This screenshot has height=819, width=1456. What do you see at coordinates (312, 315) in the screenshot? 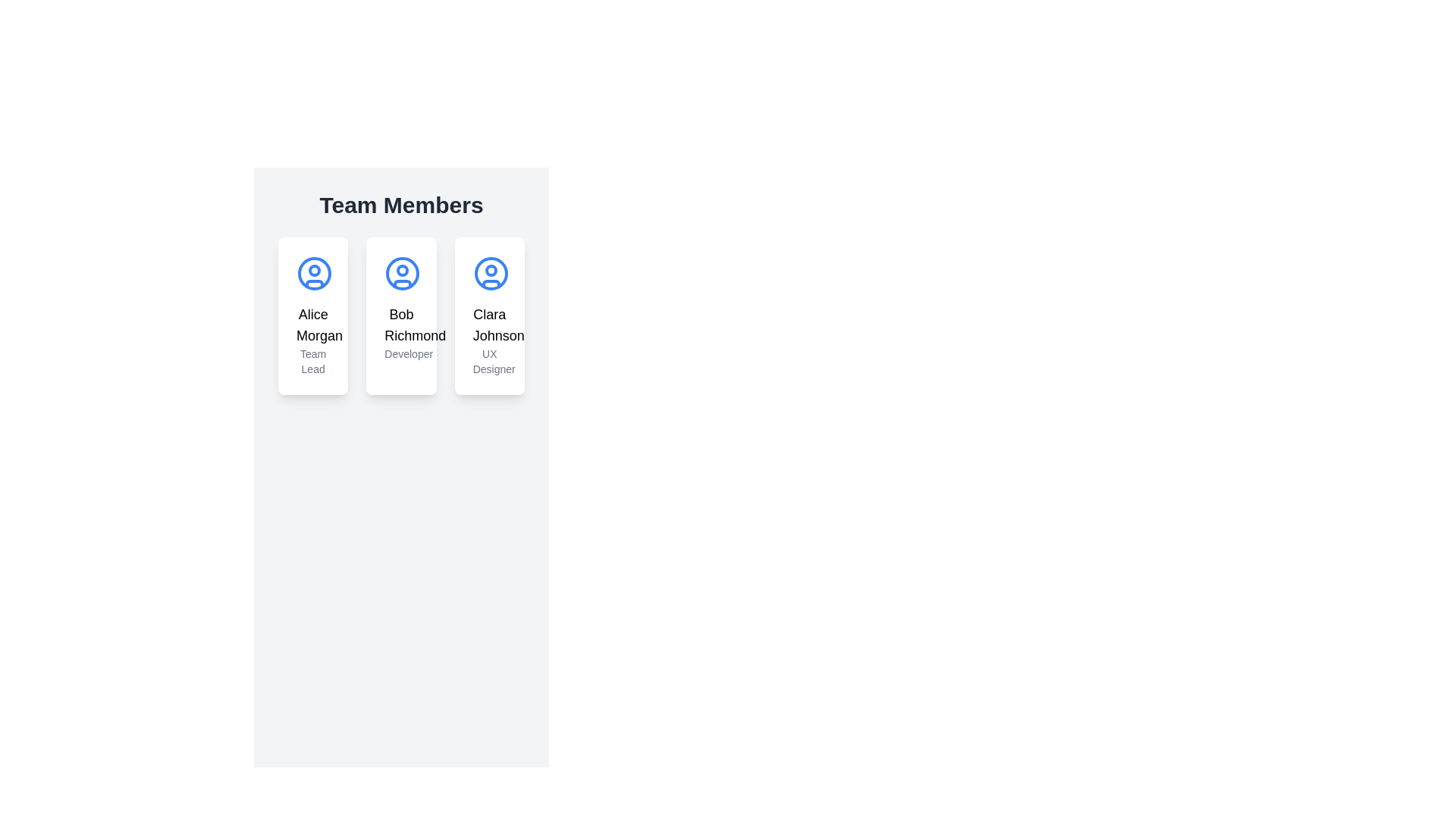
I see `displayed information on the Informational card featuring 'Alice Morgan' and 'Team Lead', which is the first card in a series of three located in the center area of the page` at bounding box center [312, 315].